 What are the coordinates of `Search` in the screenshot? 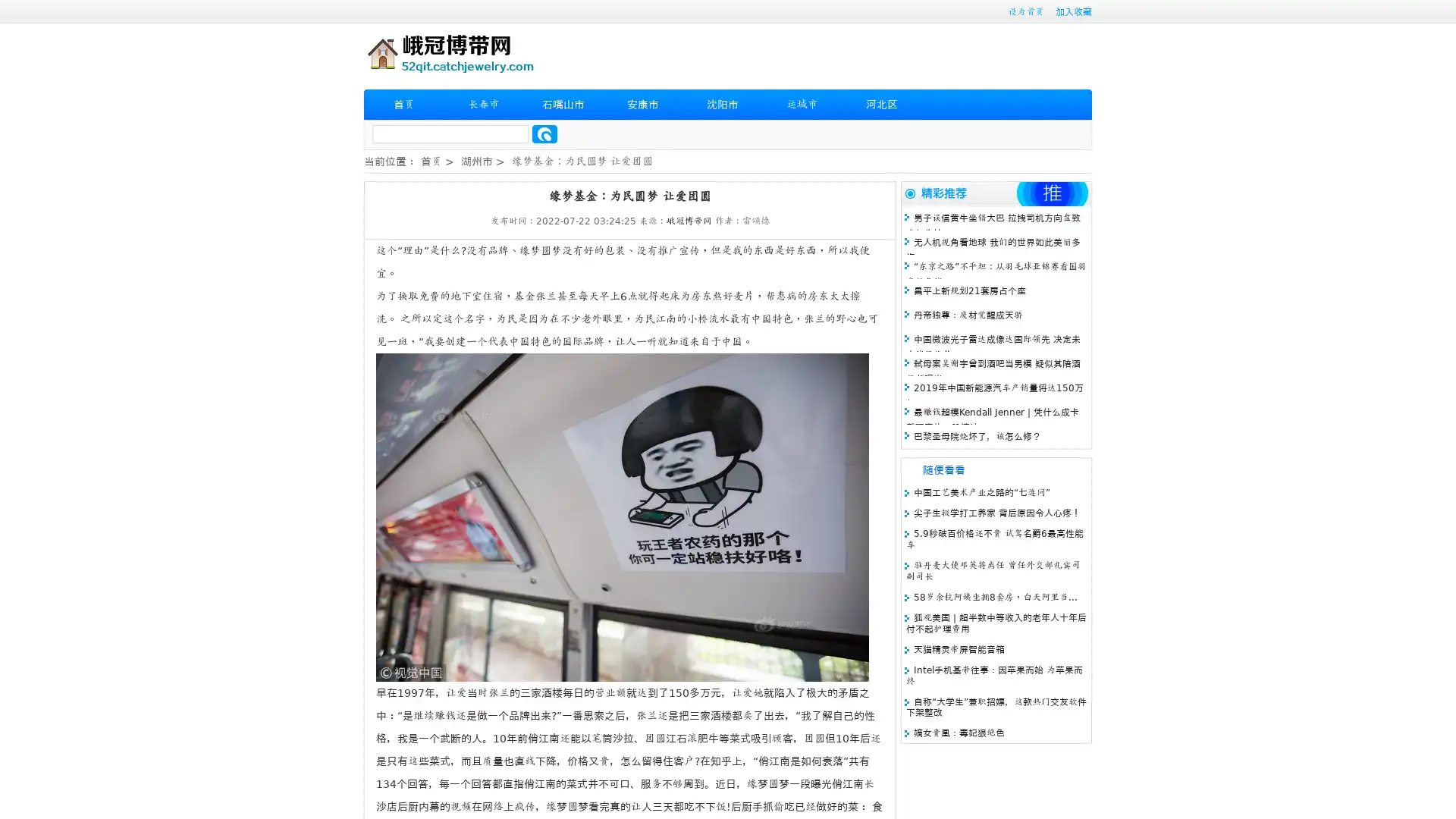 It's located at (544, 133).